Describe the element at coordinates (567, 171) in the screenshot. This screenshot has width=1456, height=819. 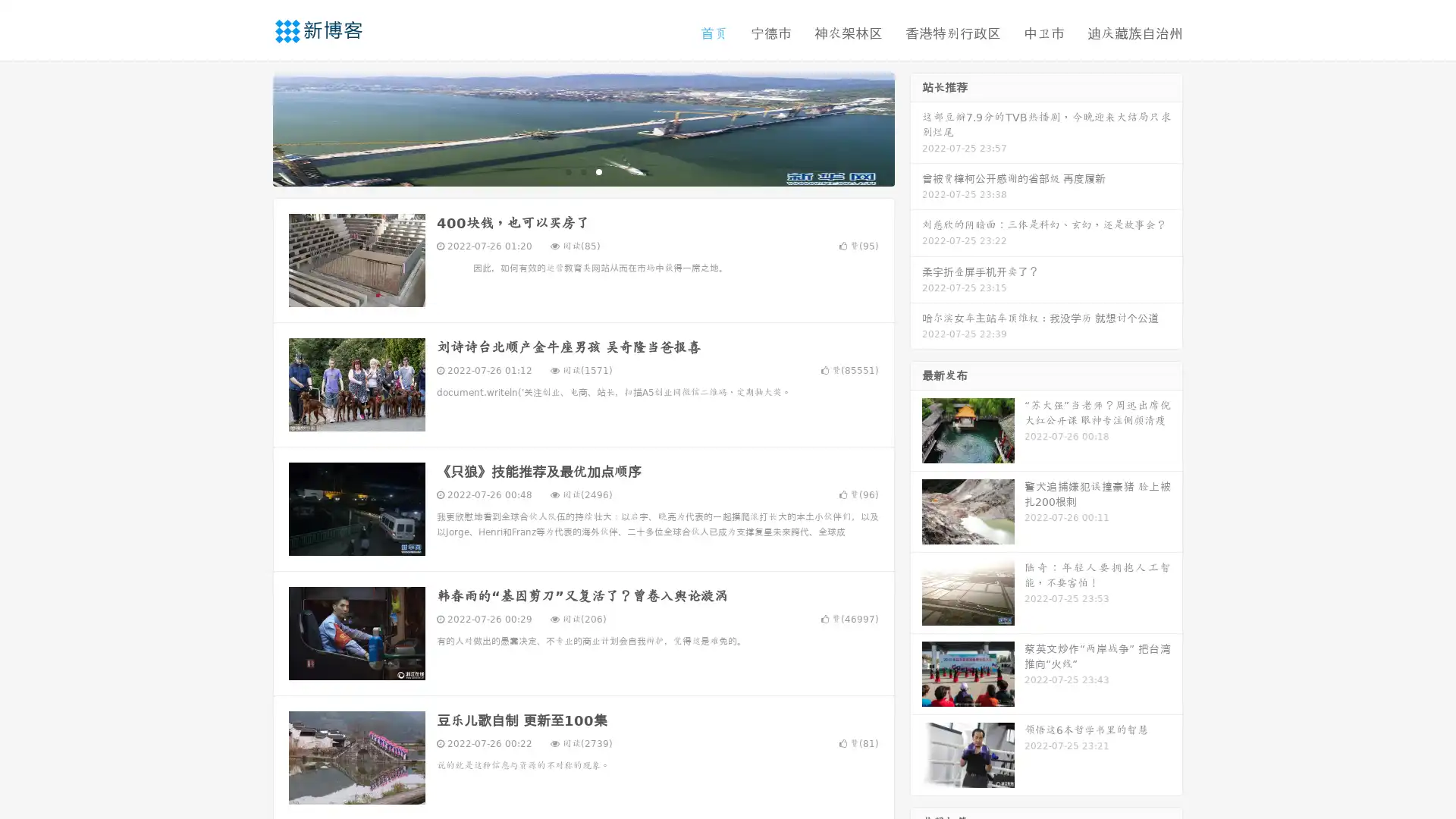
I see `Go to slide 1` at that location.